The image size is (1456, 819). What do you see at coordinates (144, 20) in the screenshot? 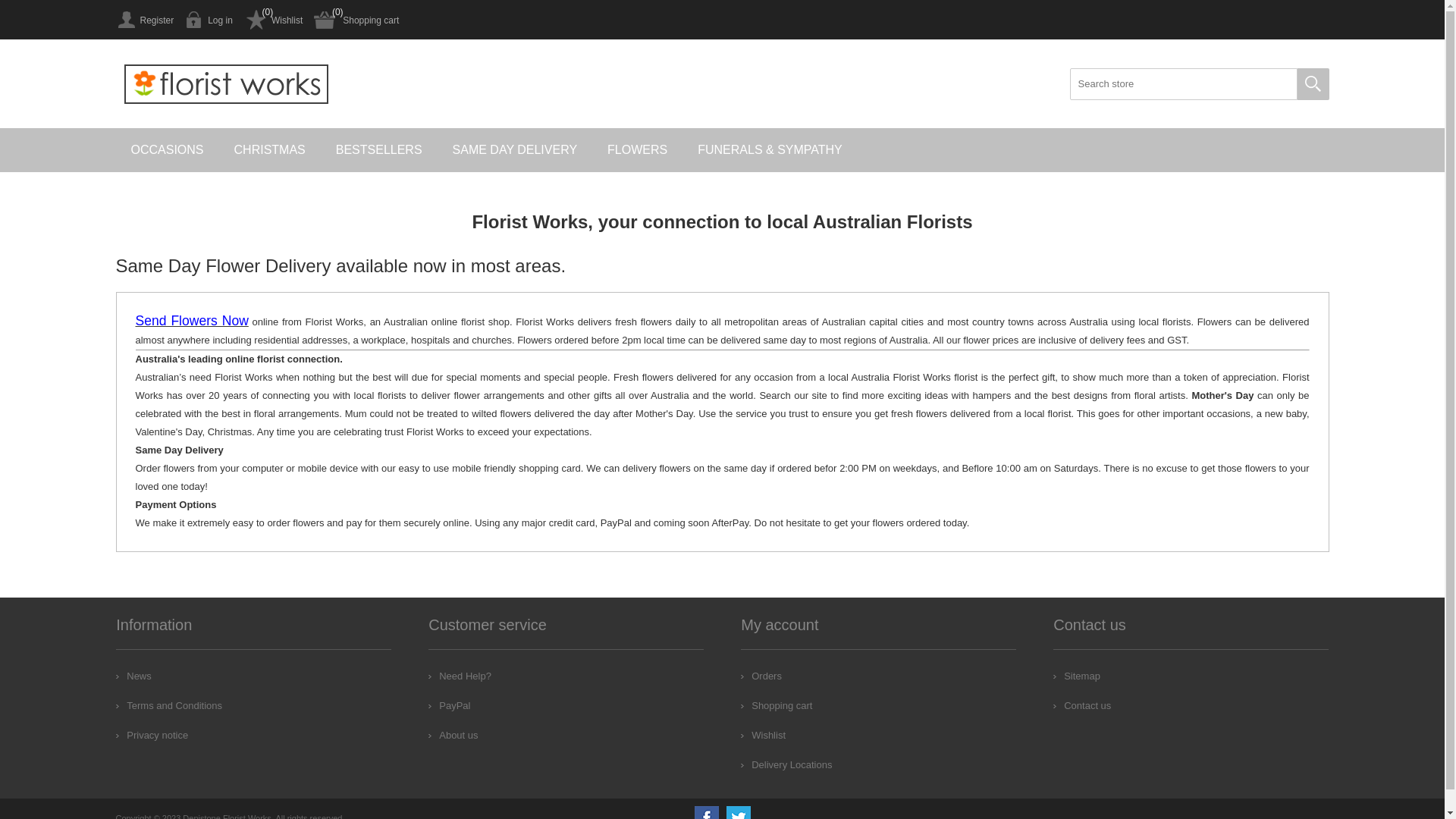
I see `'Register'` at bounding box center [144, 20].